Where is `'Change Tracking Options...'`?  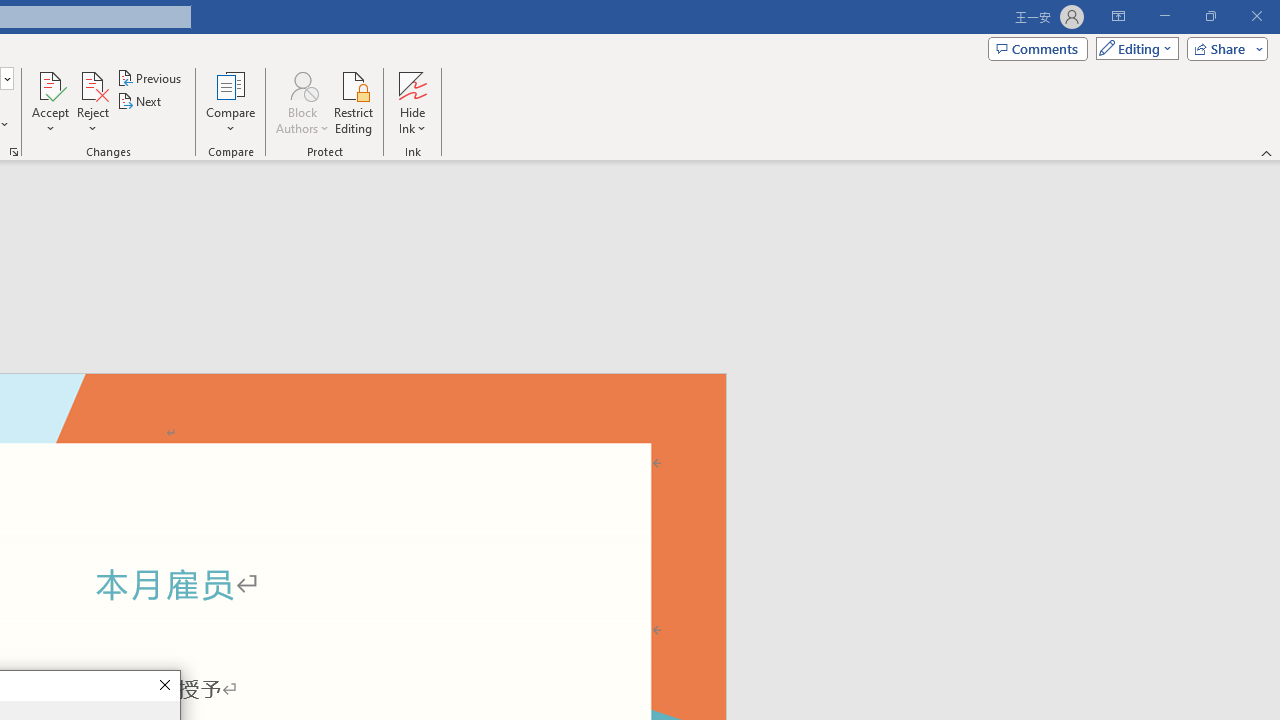 'Change Tracking Options...' is located at coordinates (14, 150).